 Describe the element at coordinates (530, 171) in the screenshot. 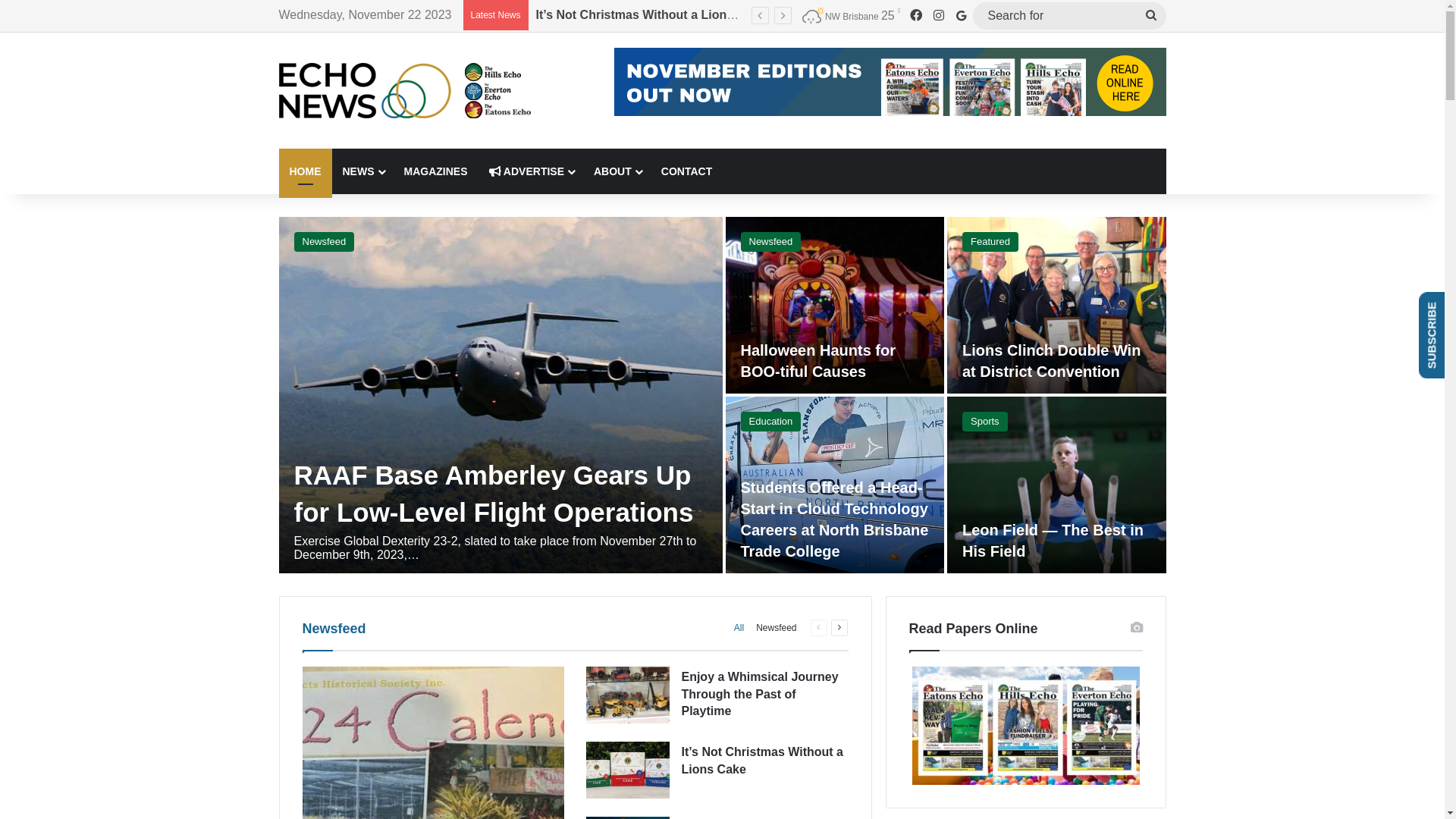

I see `'ADVERTISE'` at that location.